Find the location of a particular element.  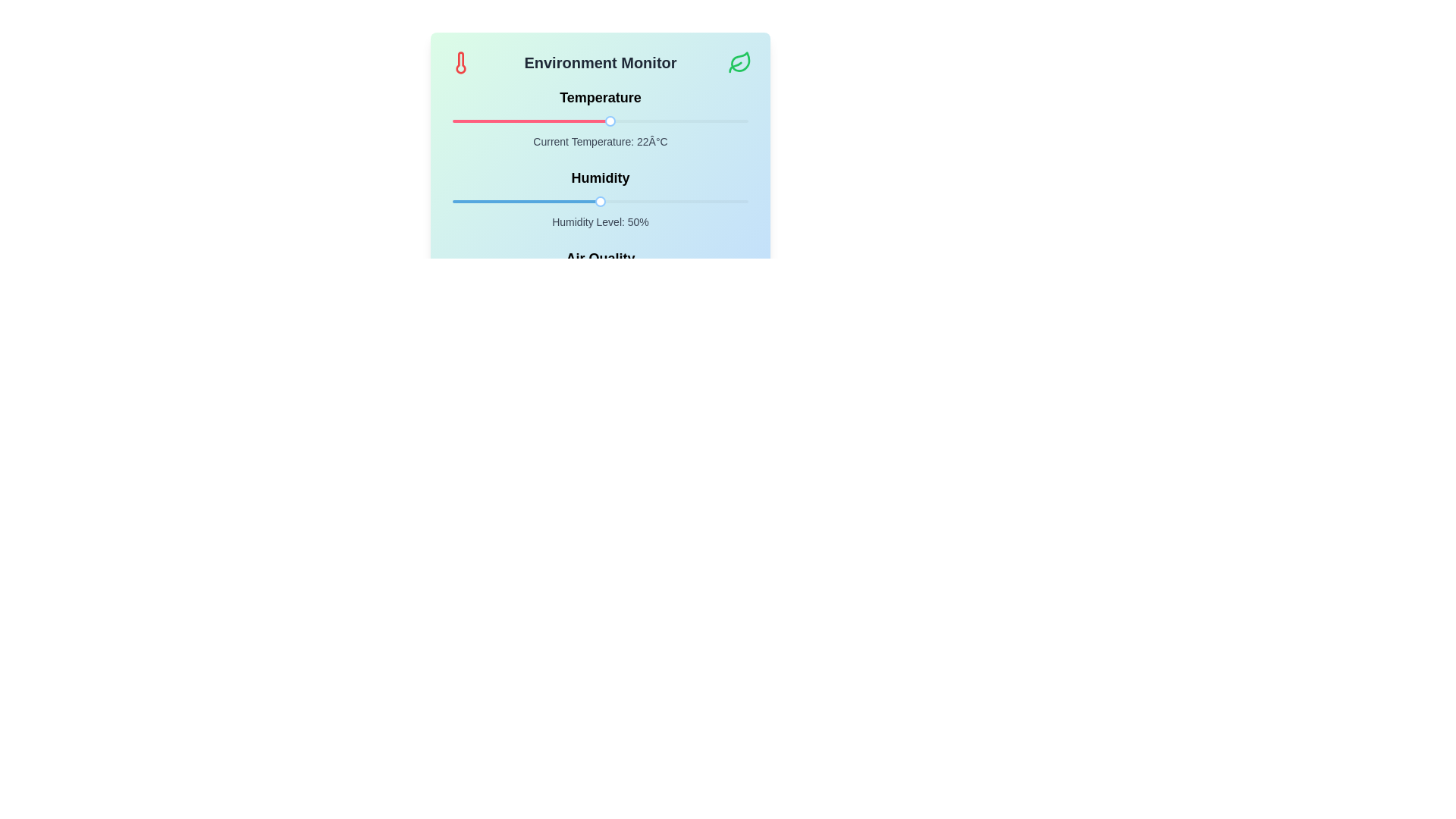

the temperature is located at coordinates (693, 120).